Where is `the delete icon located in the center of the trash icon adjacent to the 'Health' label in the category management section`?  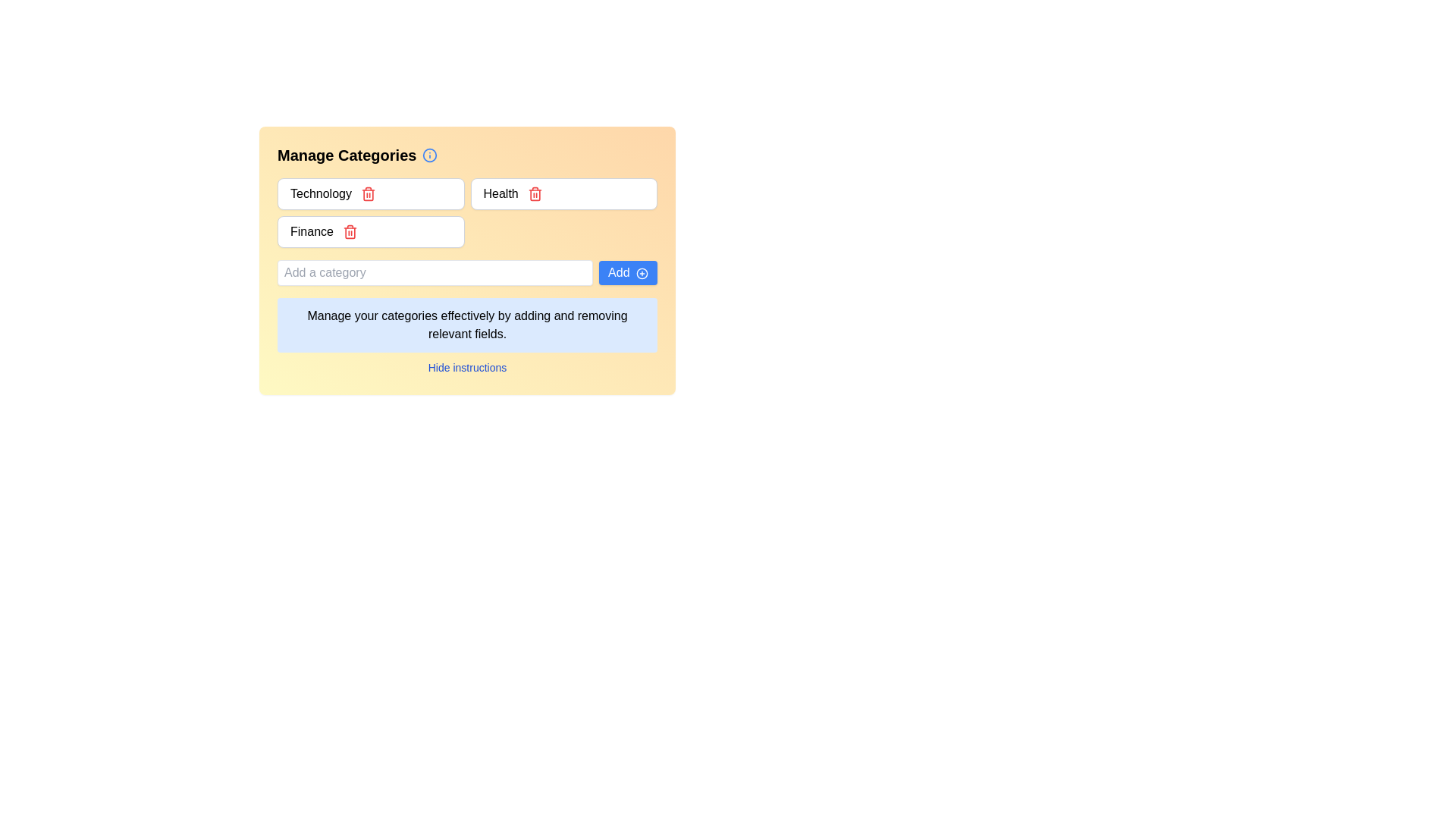
the delete icon located in the center of the trash icon adjacent to the 'Health' label in the category management section is located at coordinates (535, 194).